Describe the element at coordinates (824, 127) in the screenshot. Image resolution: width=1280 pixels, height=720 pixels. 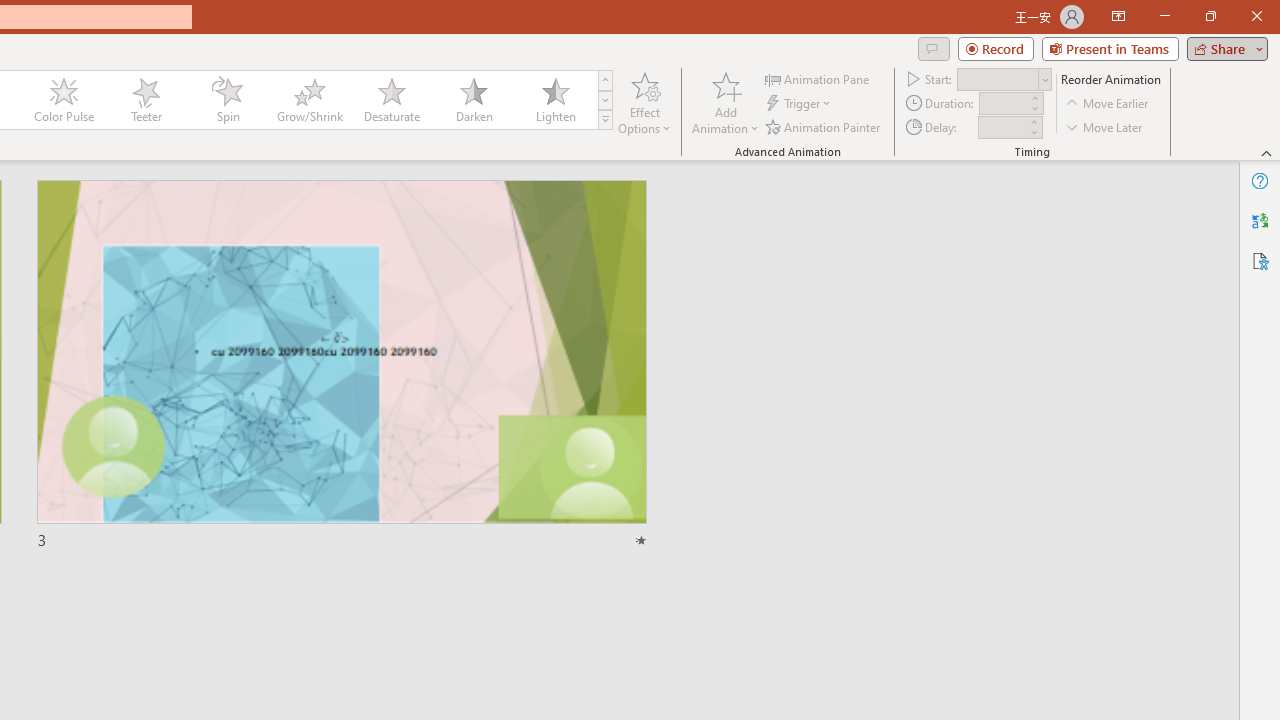
I see `'Animation Painter'` at that location.